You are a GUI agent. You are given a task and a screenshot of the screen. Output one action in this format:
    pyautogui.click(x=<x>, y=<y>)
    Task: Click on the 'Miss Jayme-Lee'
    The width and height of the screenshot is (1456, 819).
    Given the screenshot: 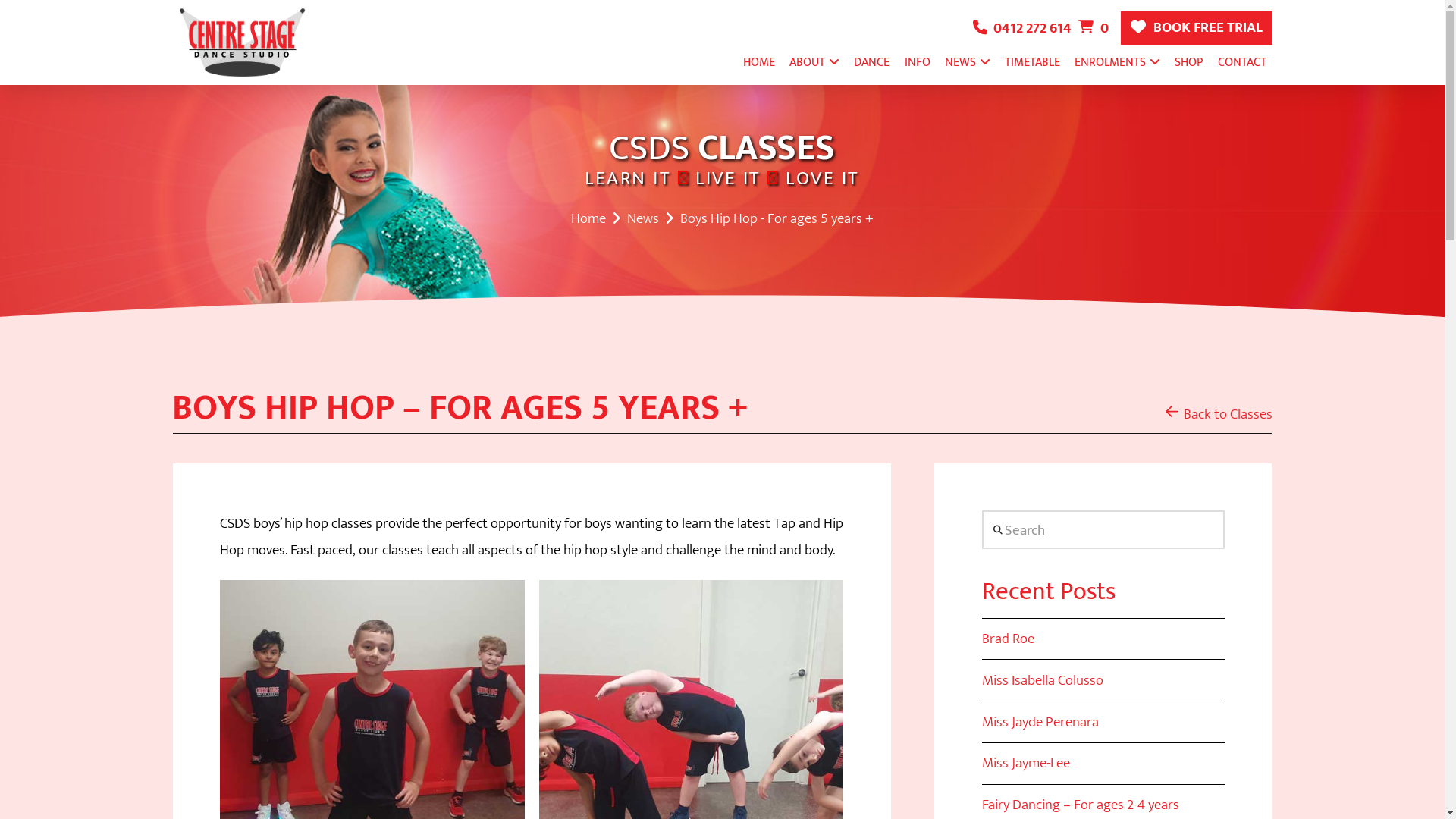 What is the action you would take?
    pyautogui.click(x=1026, y=763)
    